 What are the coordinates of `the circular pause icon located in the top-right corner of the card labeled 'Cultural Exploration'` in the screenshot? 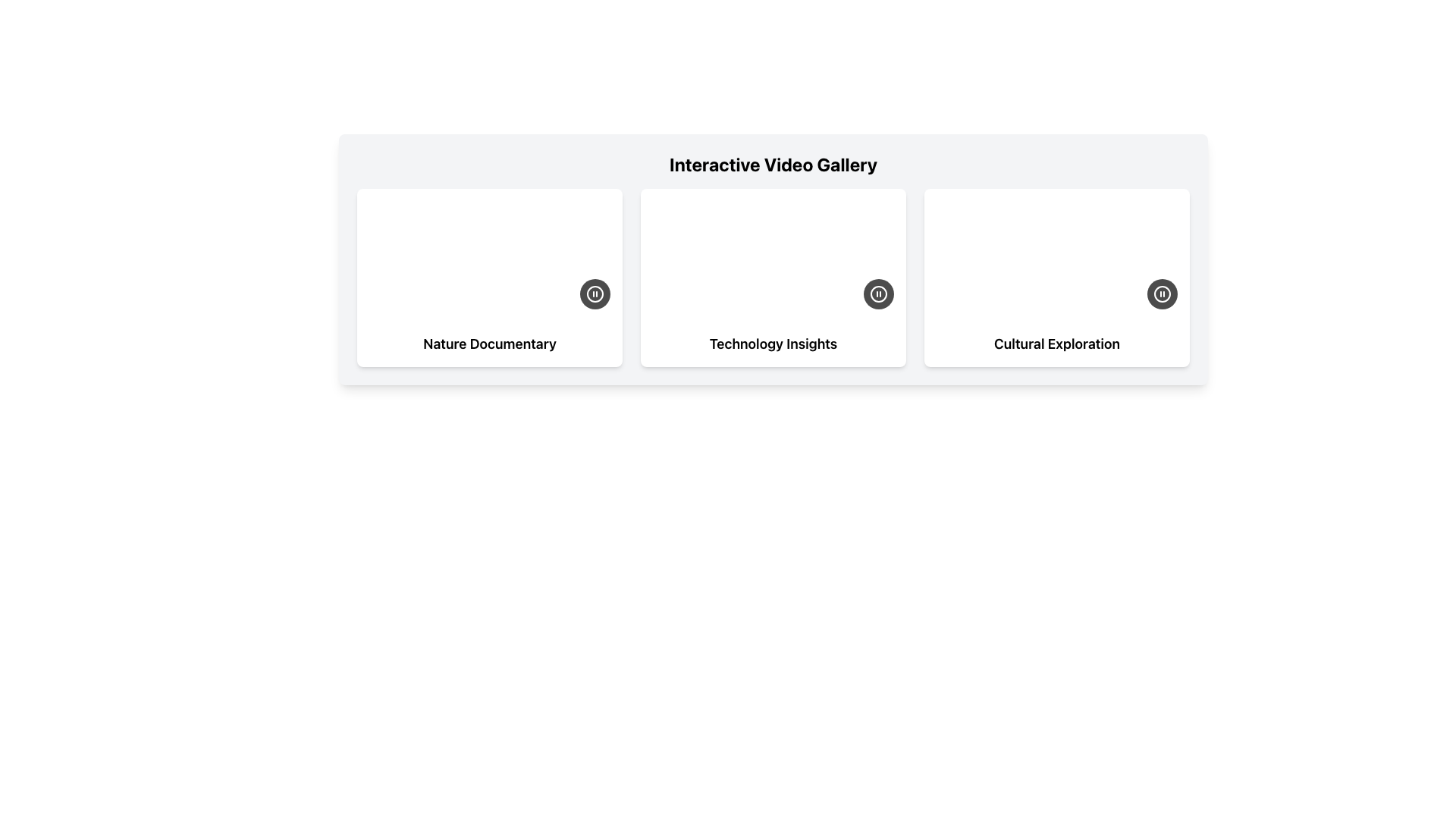 It's located at (1161, 294).